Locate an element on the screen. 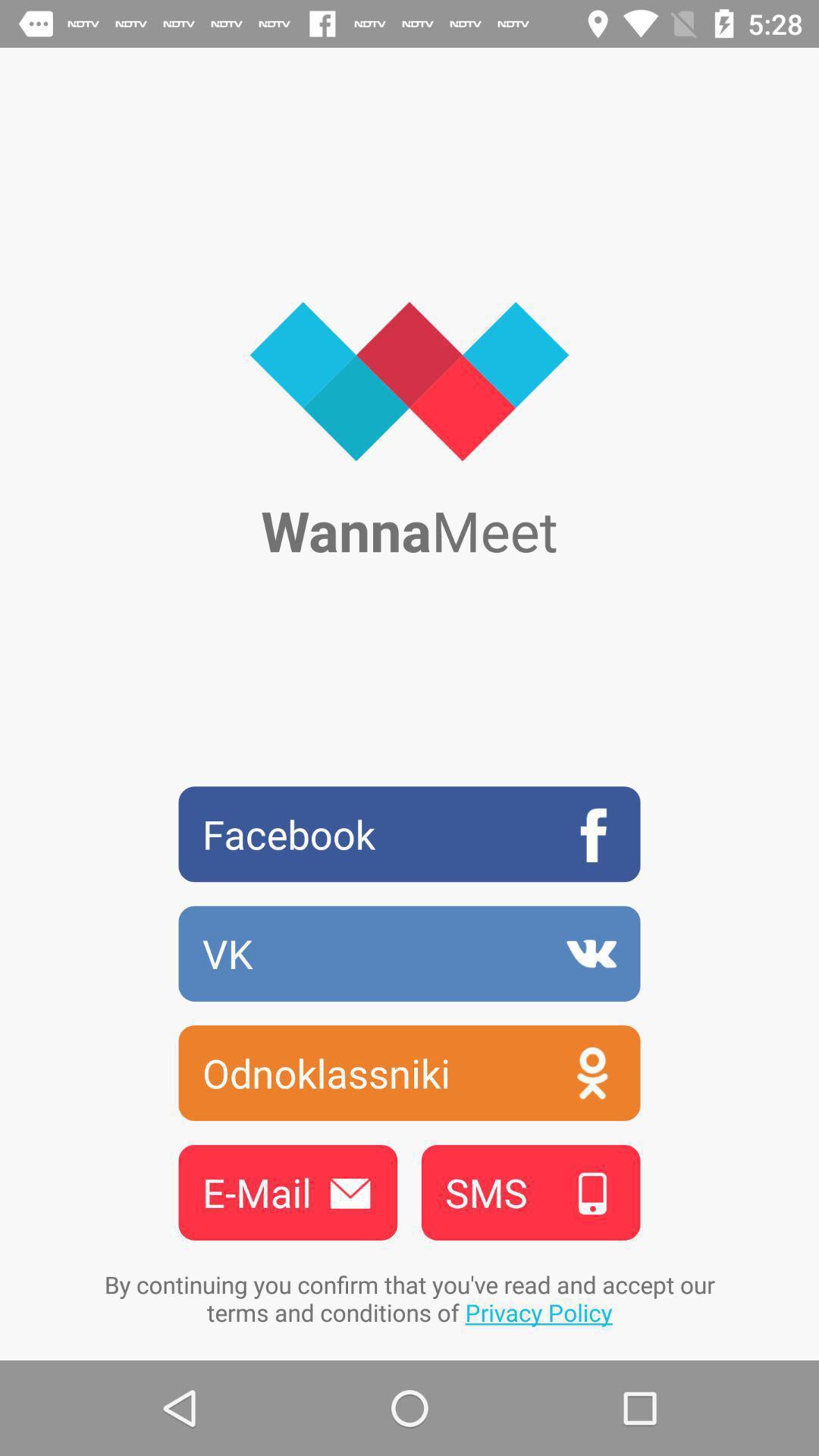 This screenshot has height=1456, width=819. the item above by continuing you icon is located at coordinates (530, 1191).